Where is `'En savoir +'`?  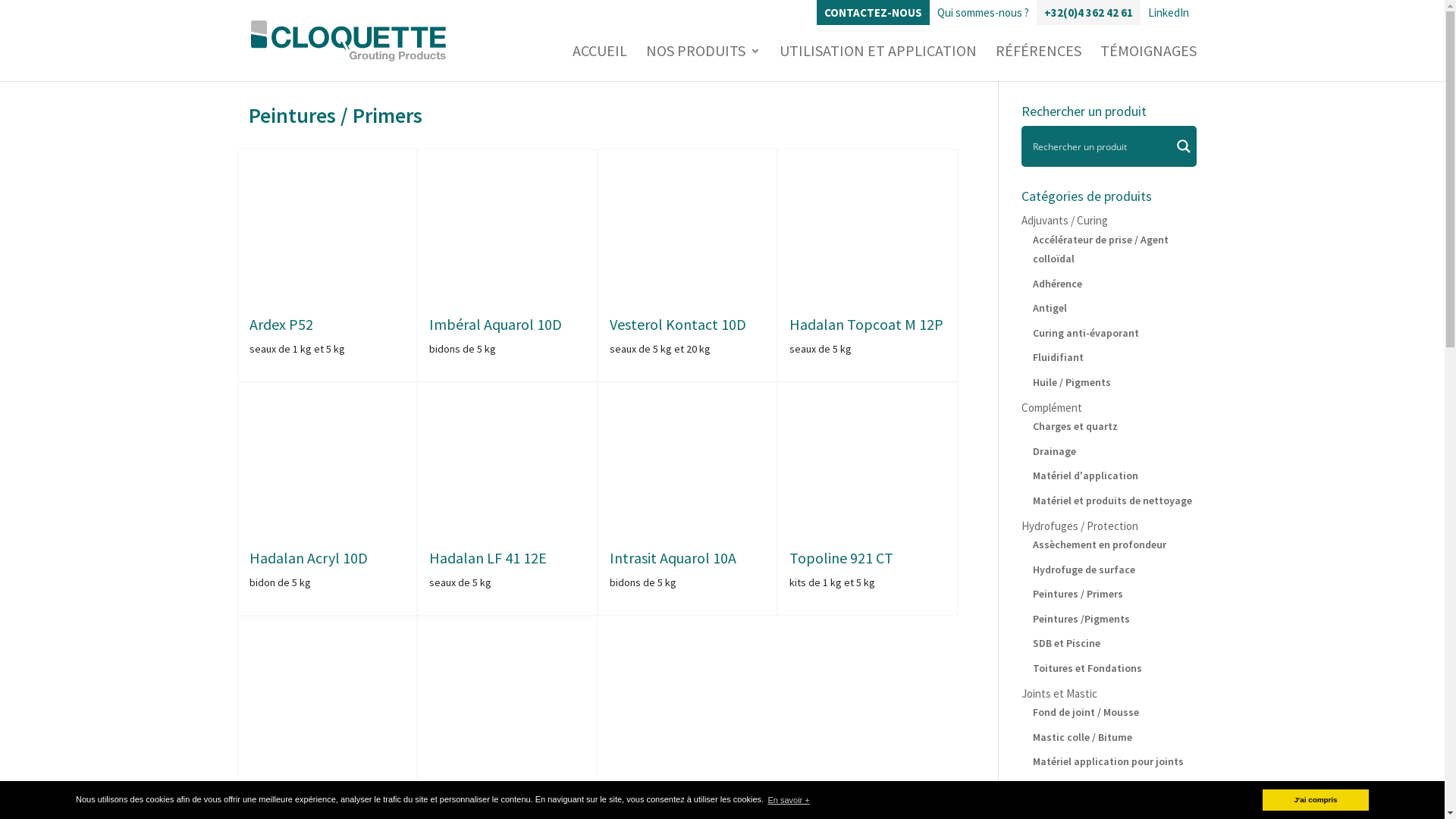 'En savoir +' is located at coordinates (765, 799).